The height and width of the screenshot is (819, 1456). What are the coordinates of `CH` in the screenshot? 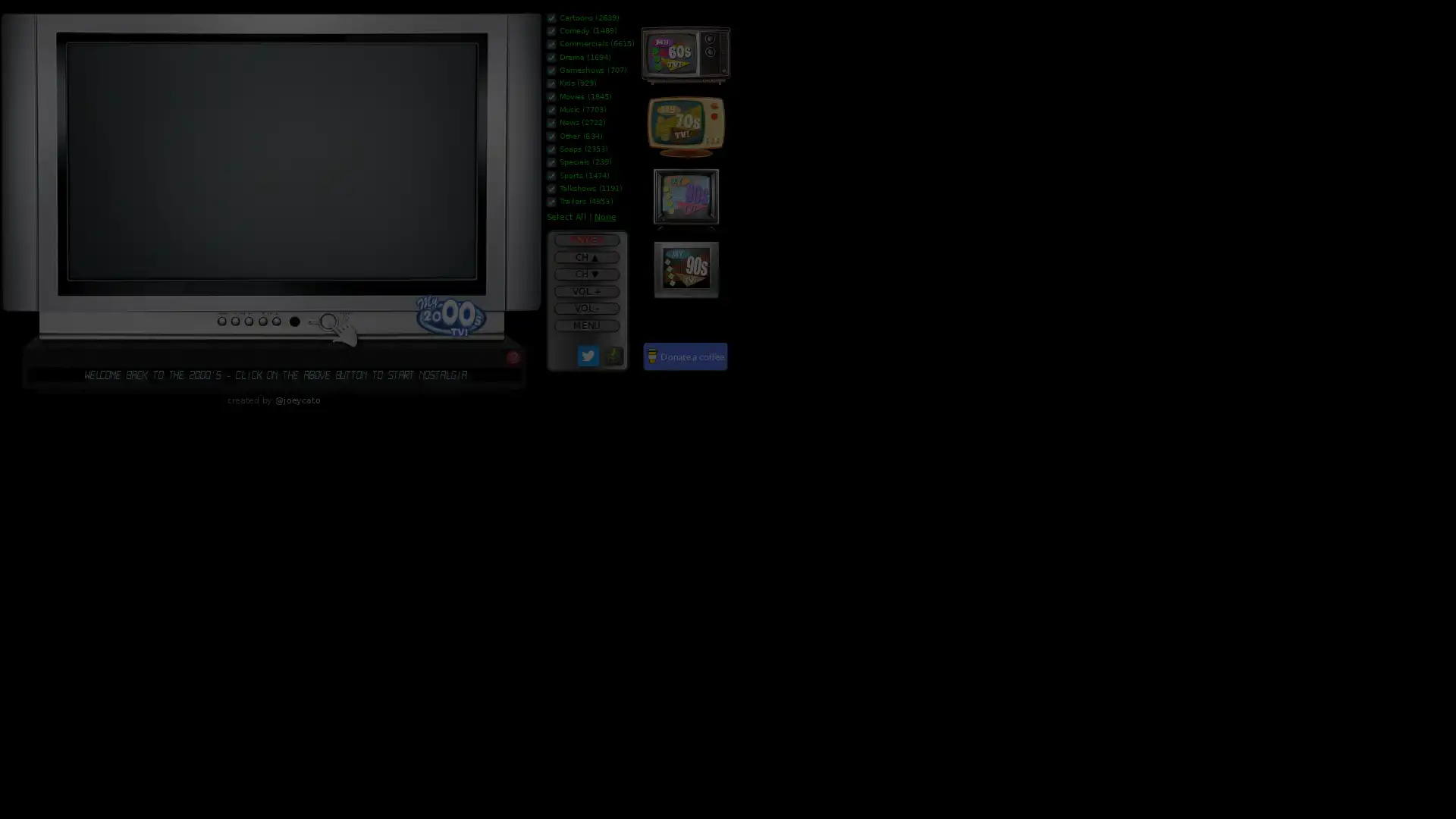 It's located at (585, 274).